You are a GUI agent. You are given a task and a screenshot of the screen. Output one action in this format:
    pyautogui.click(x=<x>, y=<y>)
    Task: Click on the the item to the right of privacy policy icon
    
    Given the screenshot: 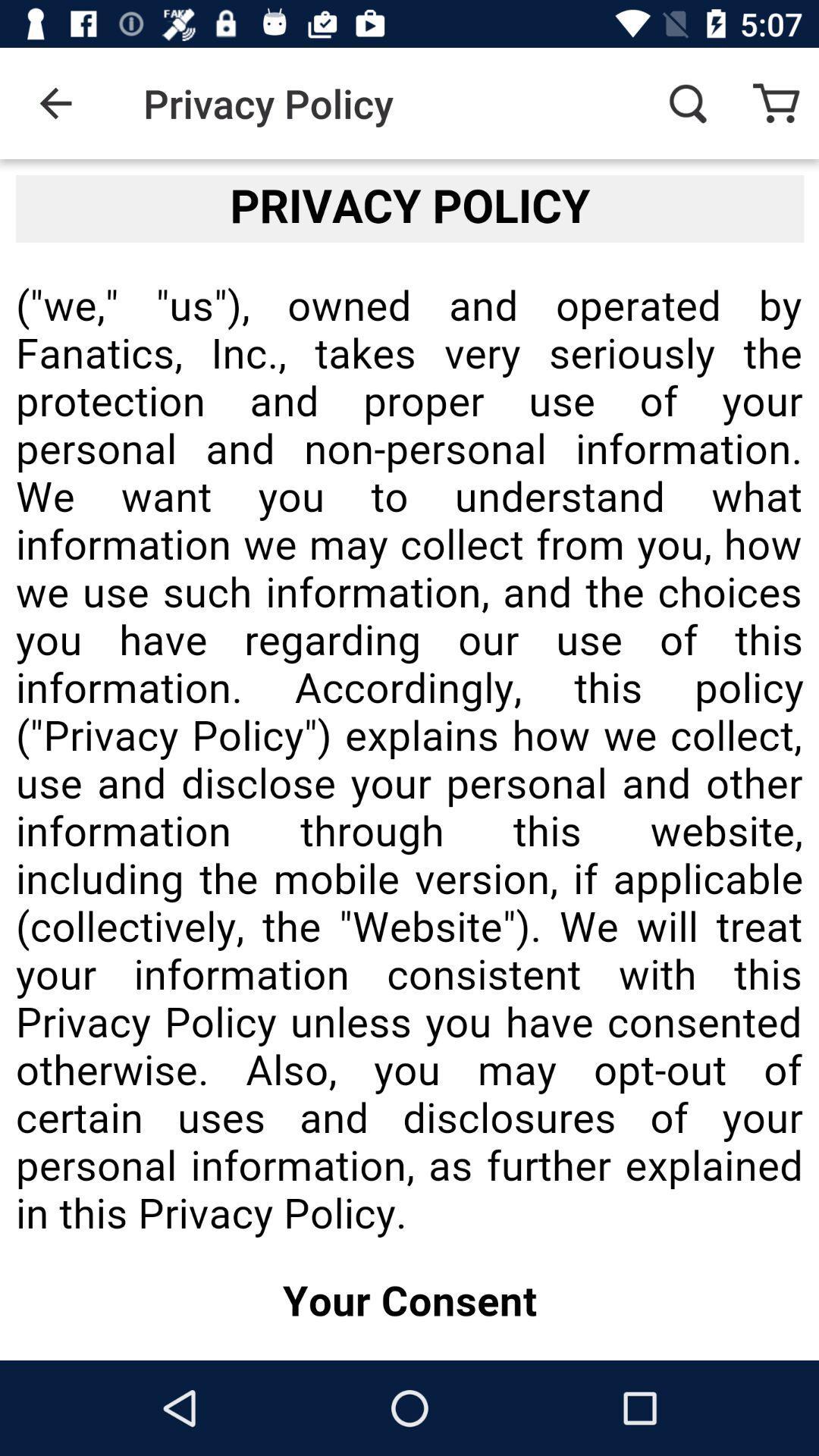 What is the action you would take?
    pyautogui.click(x=687, y=102)
    